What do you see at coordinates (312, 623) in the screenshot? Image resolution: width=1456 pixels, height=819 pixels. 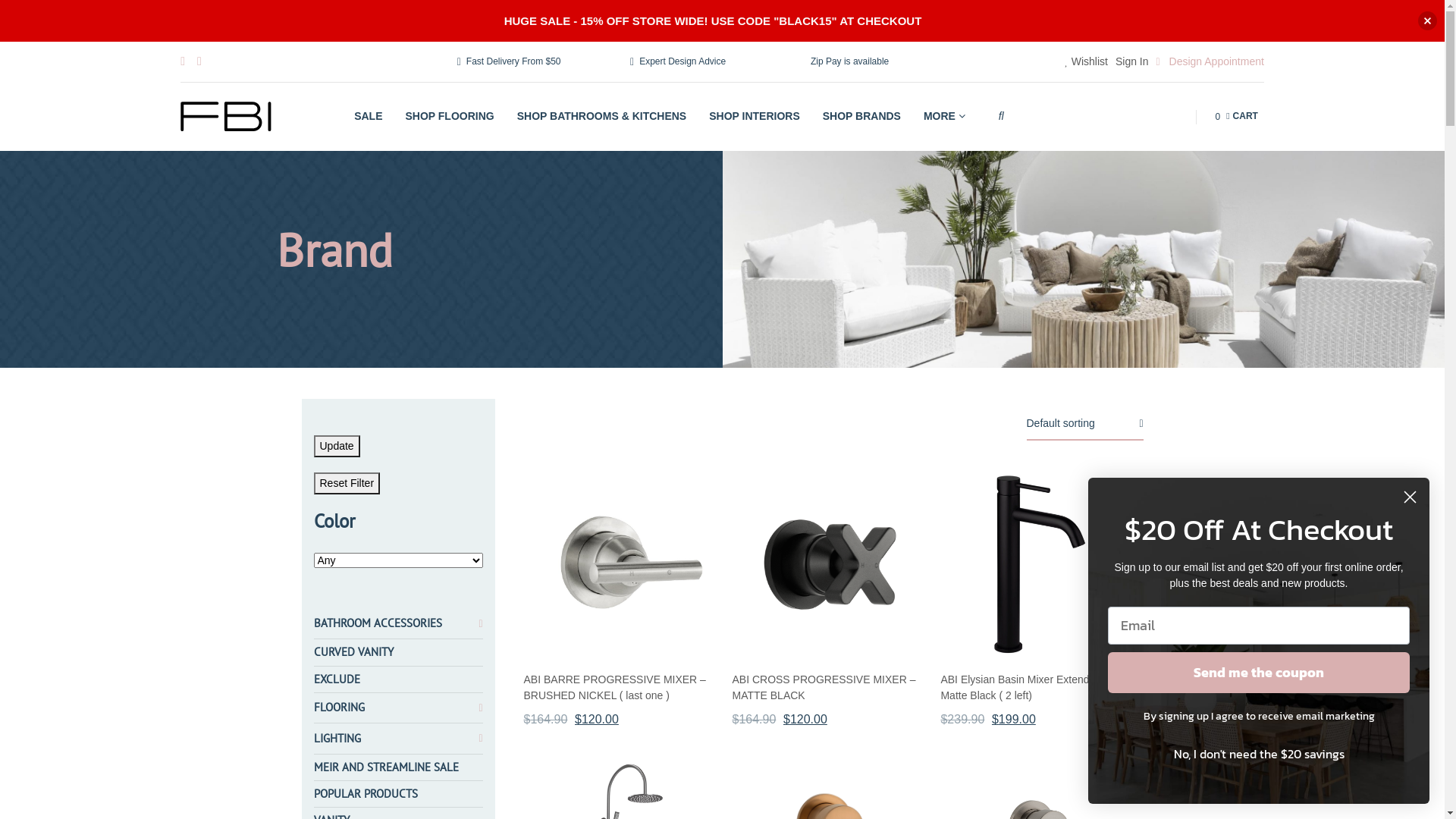 I see `'BATHROOM ACCESSORIES'` at bounding box center [312, 623].